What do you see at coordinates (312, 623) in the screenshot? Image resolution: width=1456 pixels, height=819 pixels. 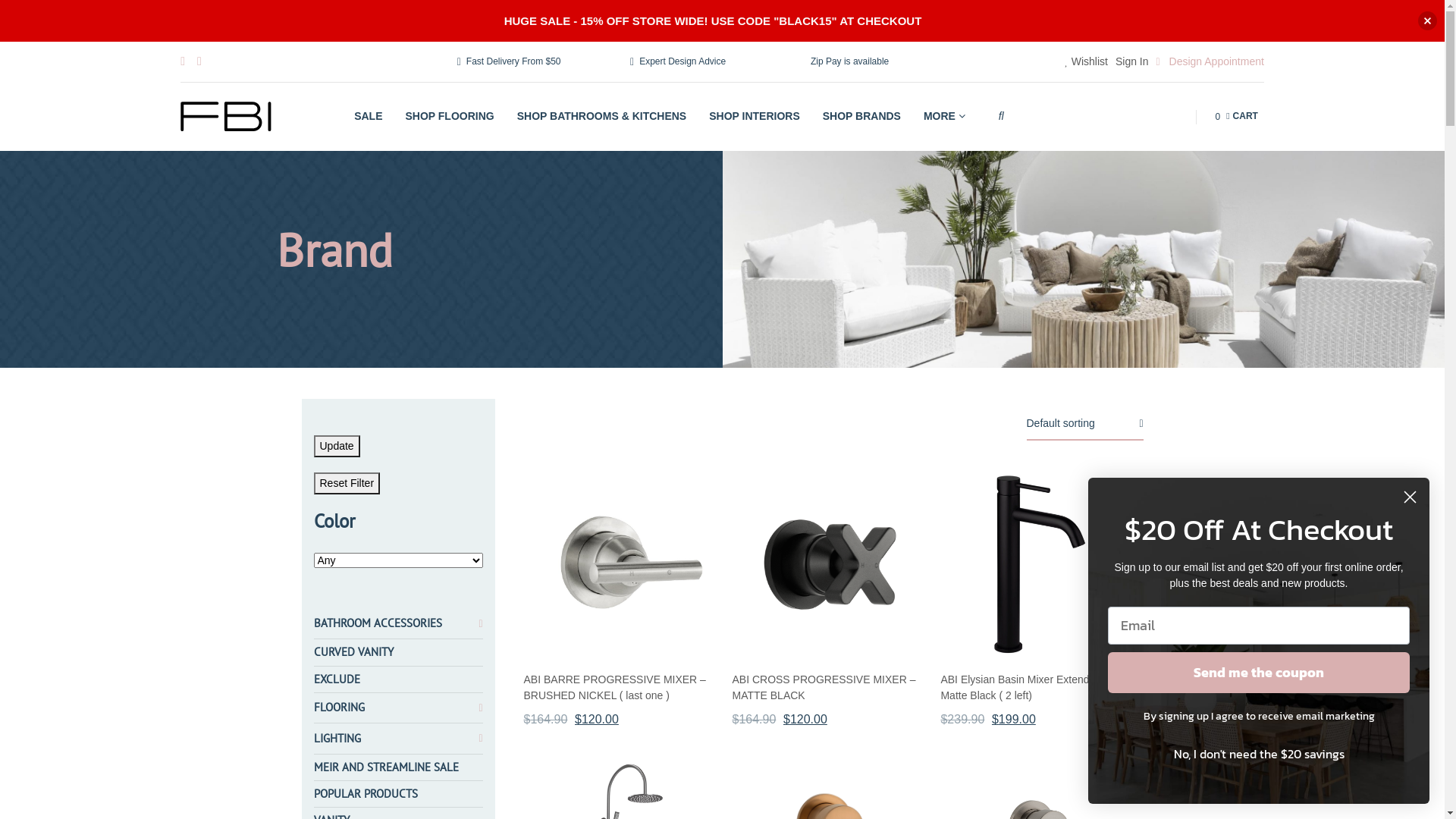 I see `'BATHROOM ACCESSORIES'` at bounding box center [312, 623].